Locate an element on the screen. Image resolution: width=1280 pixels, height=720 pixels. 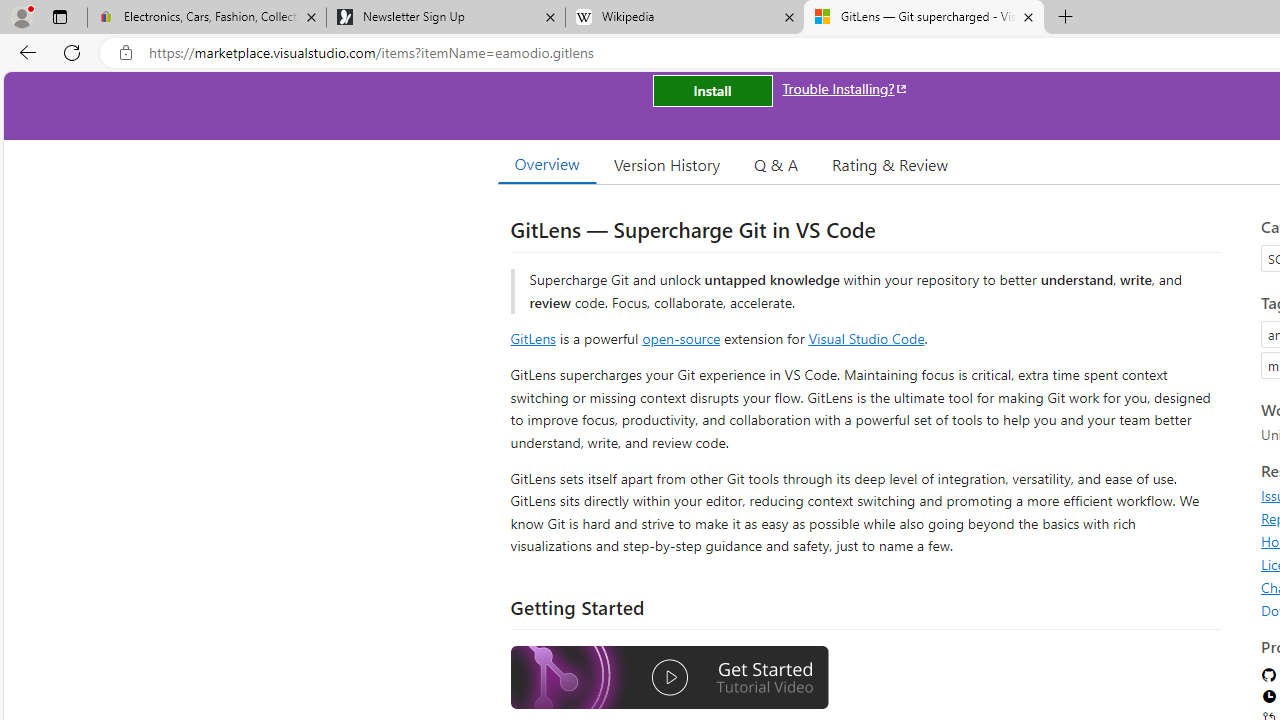
'Watch the GitLens Getting Started video' is located at coordinates (669, 677).